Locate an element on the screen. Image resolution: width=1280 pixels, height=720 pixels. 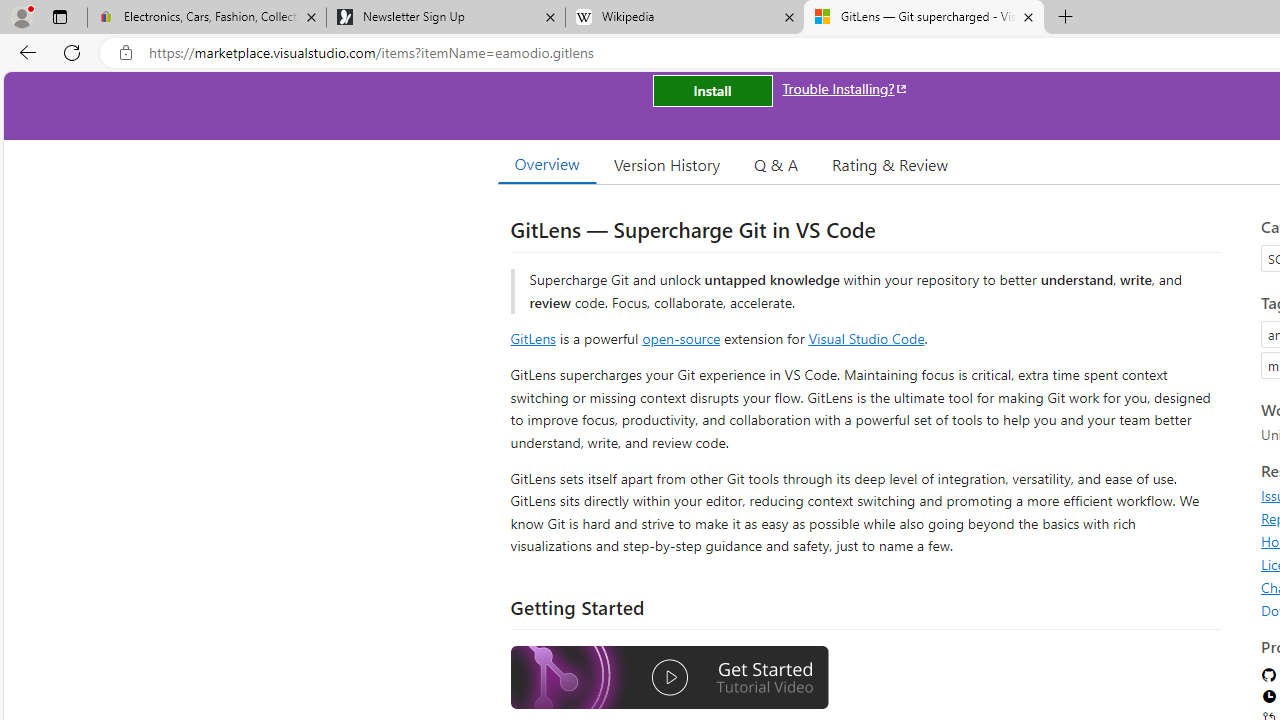
'Watch the GitLens Getting Started video' is located at coordinates (669, 677).